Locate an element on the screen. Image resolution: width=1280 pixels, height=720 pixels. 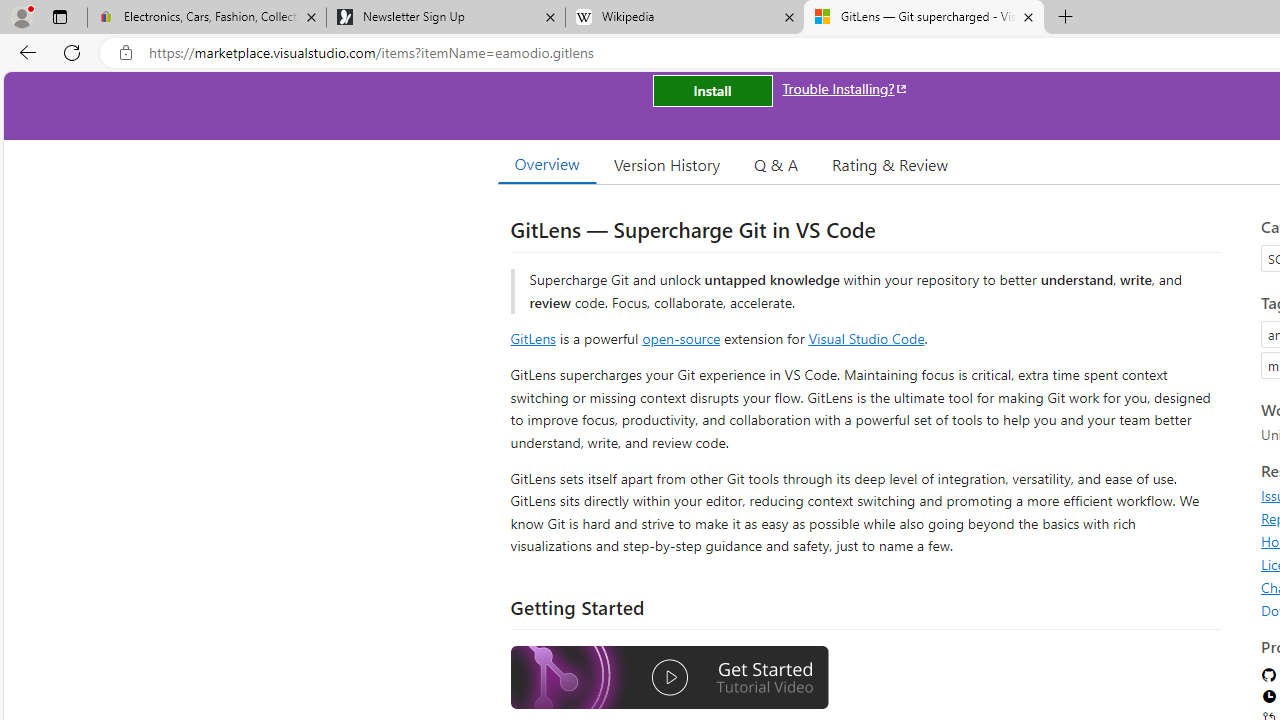
'Watch the GitLens Getting Started video' is located at coordinates (669, 677).